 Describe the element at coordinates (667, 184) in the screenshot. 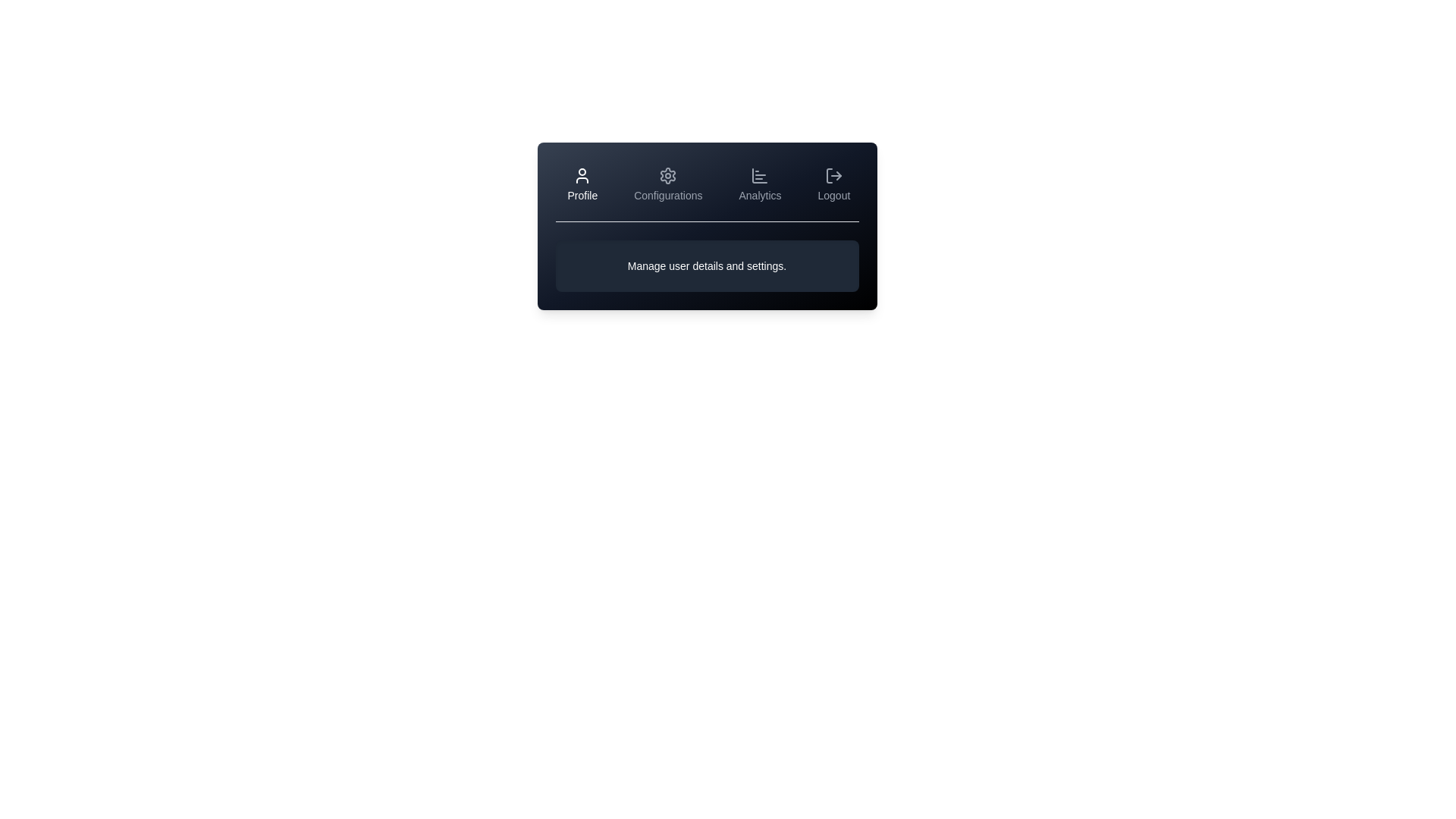

I see `the tab labeled Configurations` at that location.